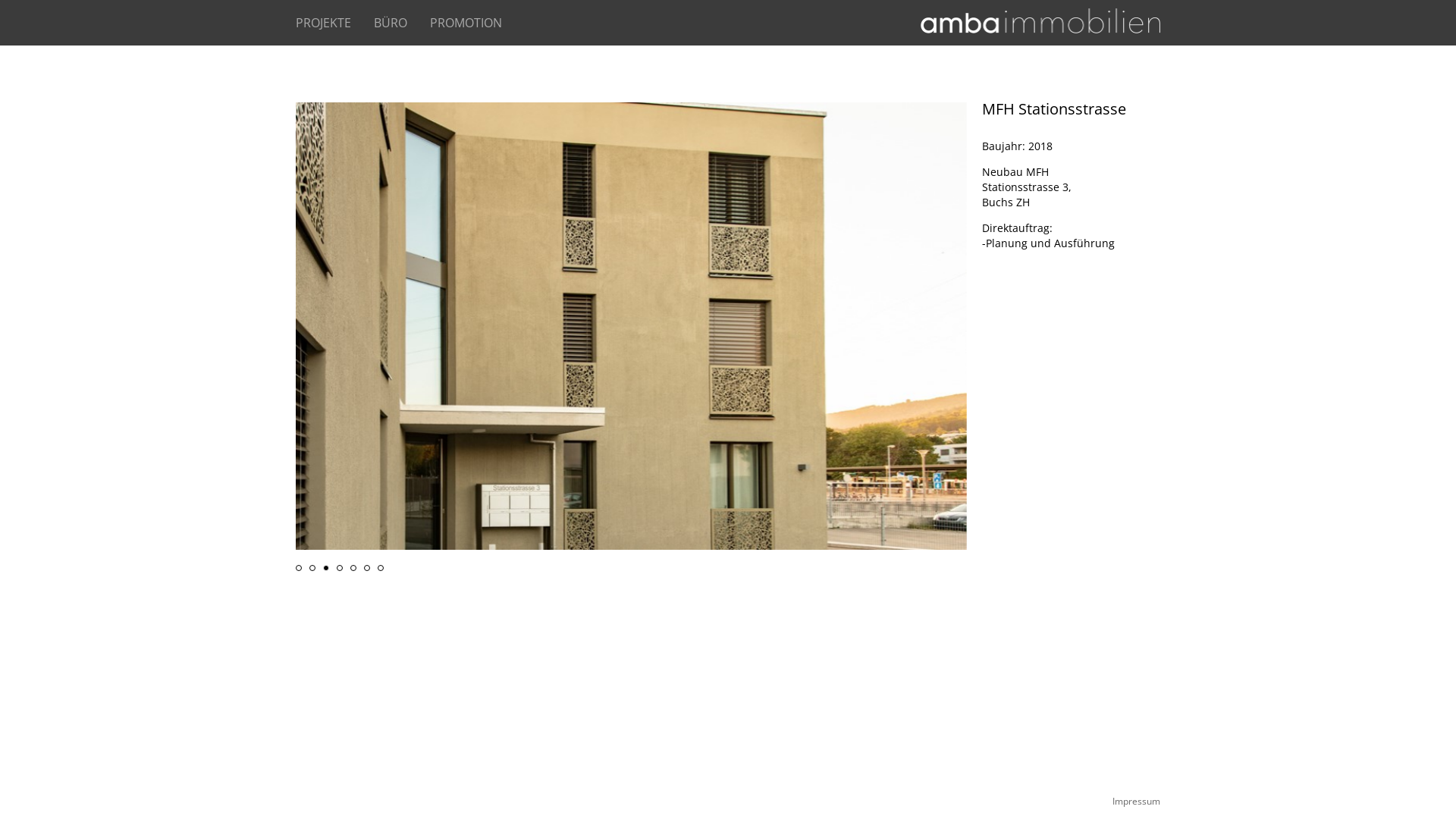  I want to click on 'Impressum', so click(1136, 800).